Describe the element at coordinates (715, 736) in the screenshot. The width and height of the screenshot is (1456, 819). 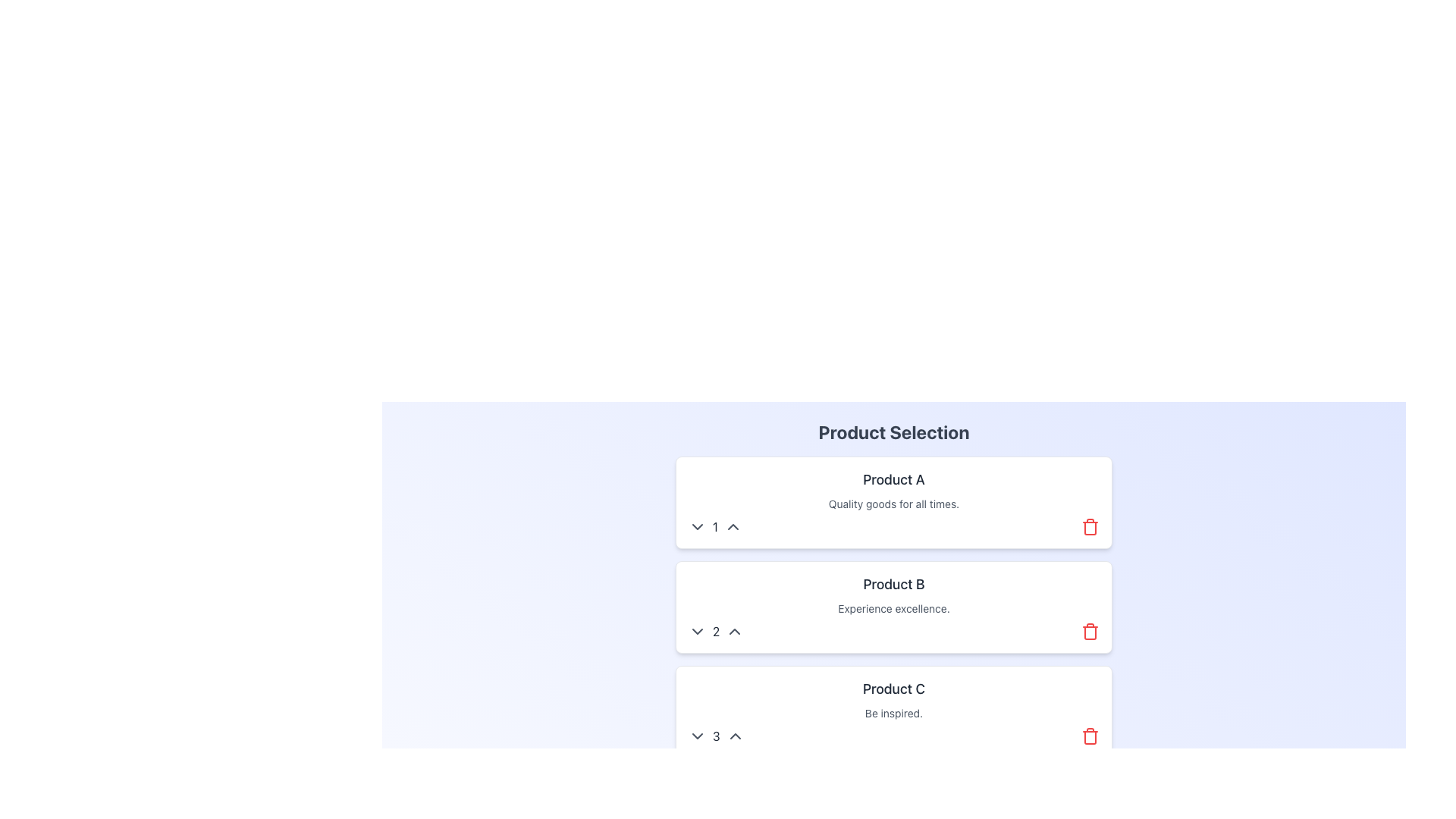
I see `the static numeral '3' displayed in gray font color located in the lower-left corner of the 'Product C' card, positioned between the up and down navigation arrows` at that location.